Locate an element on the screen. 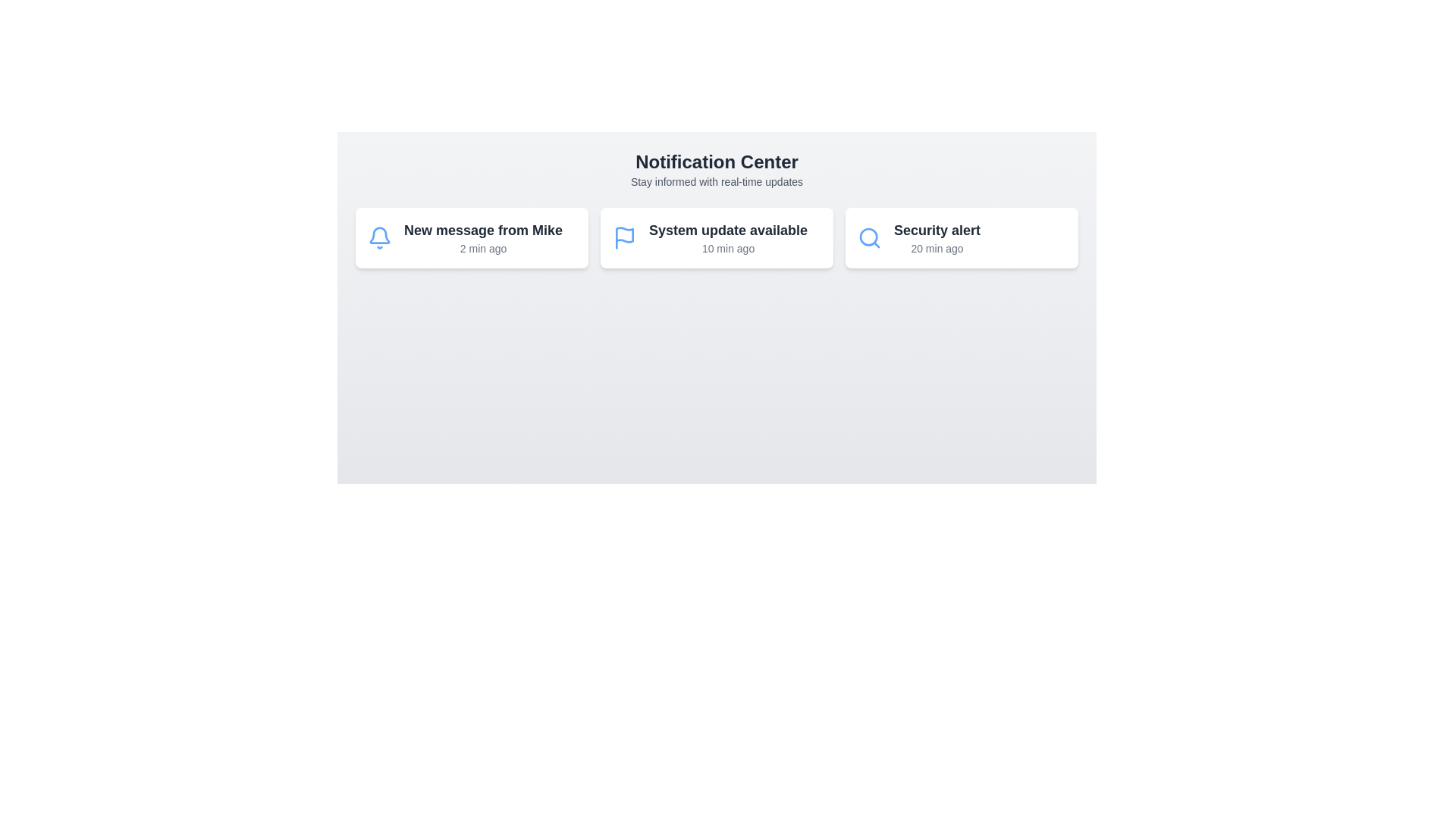  the Text block that serves as a header for the 'Notification Center', which provides a title and brief description of its purpose is located at coordinates (716, 169).